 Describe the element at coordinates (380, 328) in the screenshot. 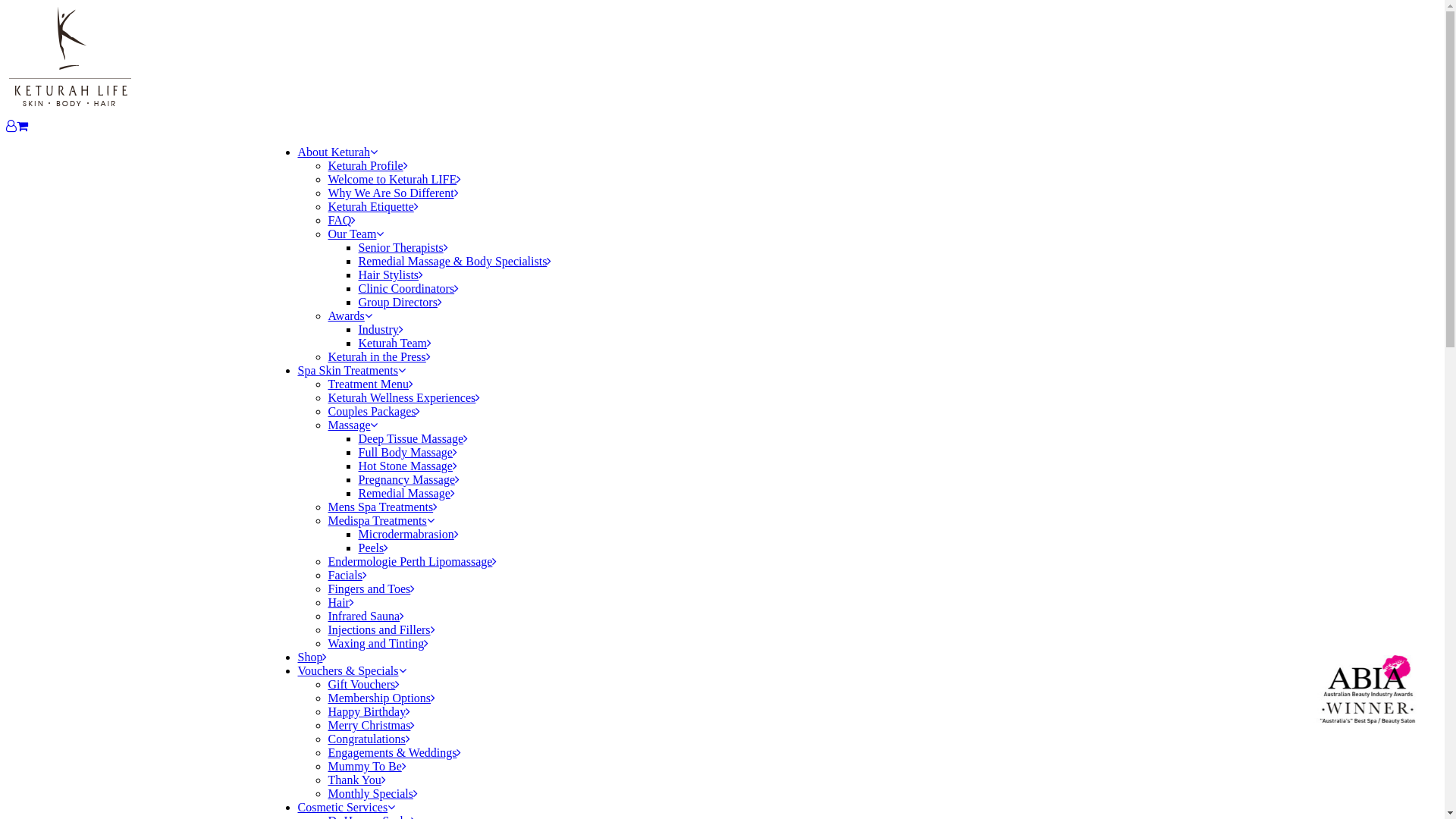

I see `'Industry'` at that location.